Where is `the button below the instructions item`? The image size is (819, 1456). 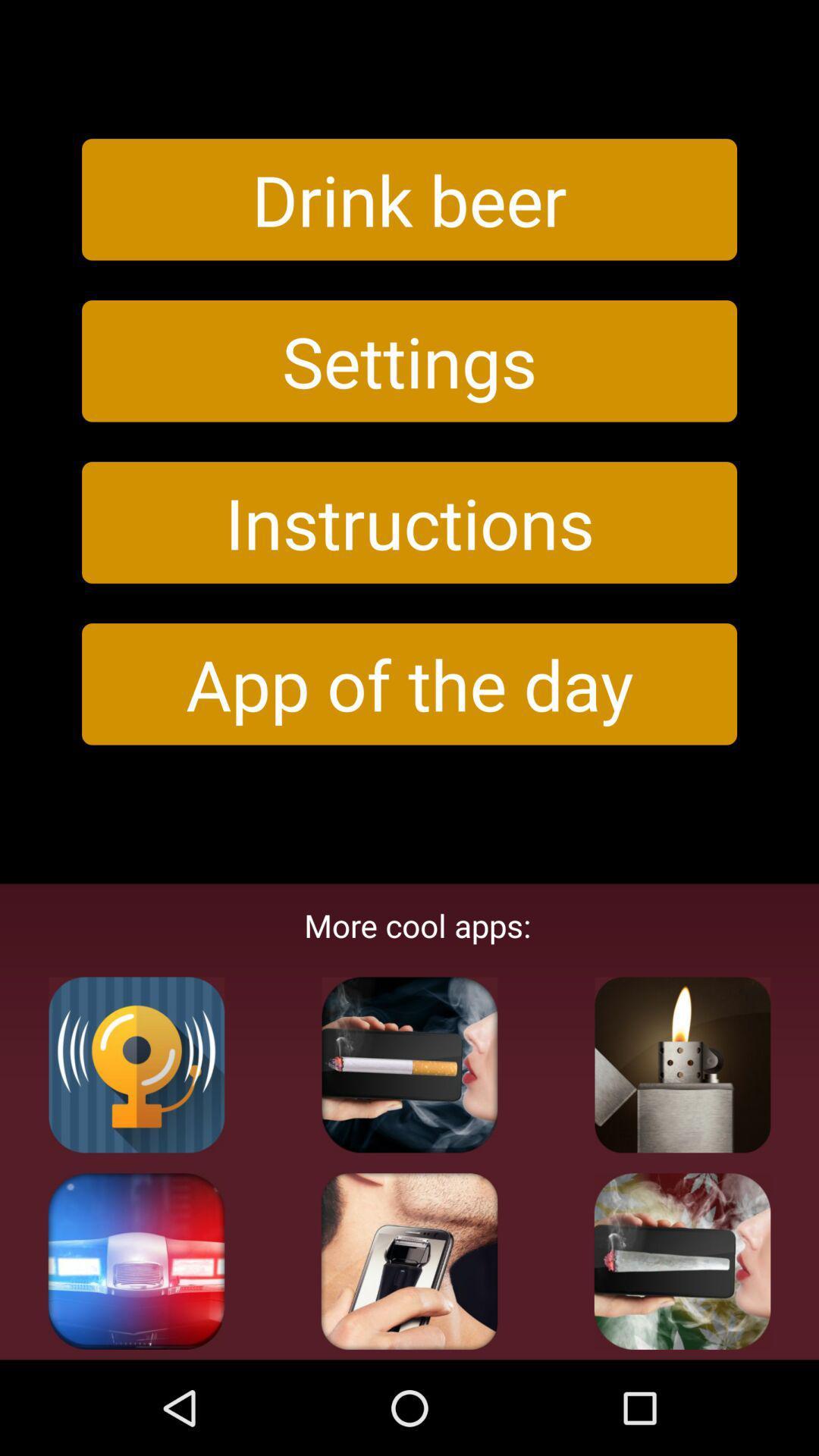 the button below the instructions item is located at coordinates (409, 683).